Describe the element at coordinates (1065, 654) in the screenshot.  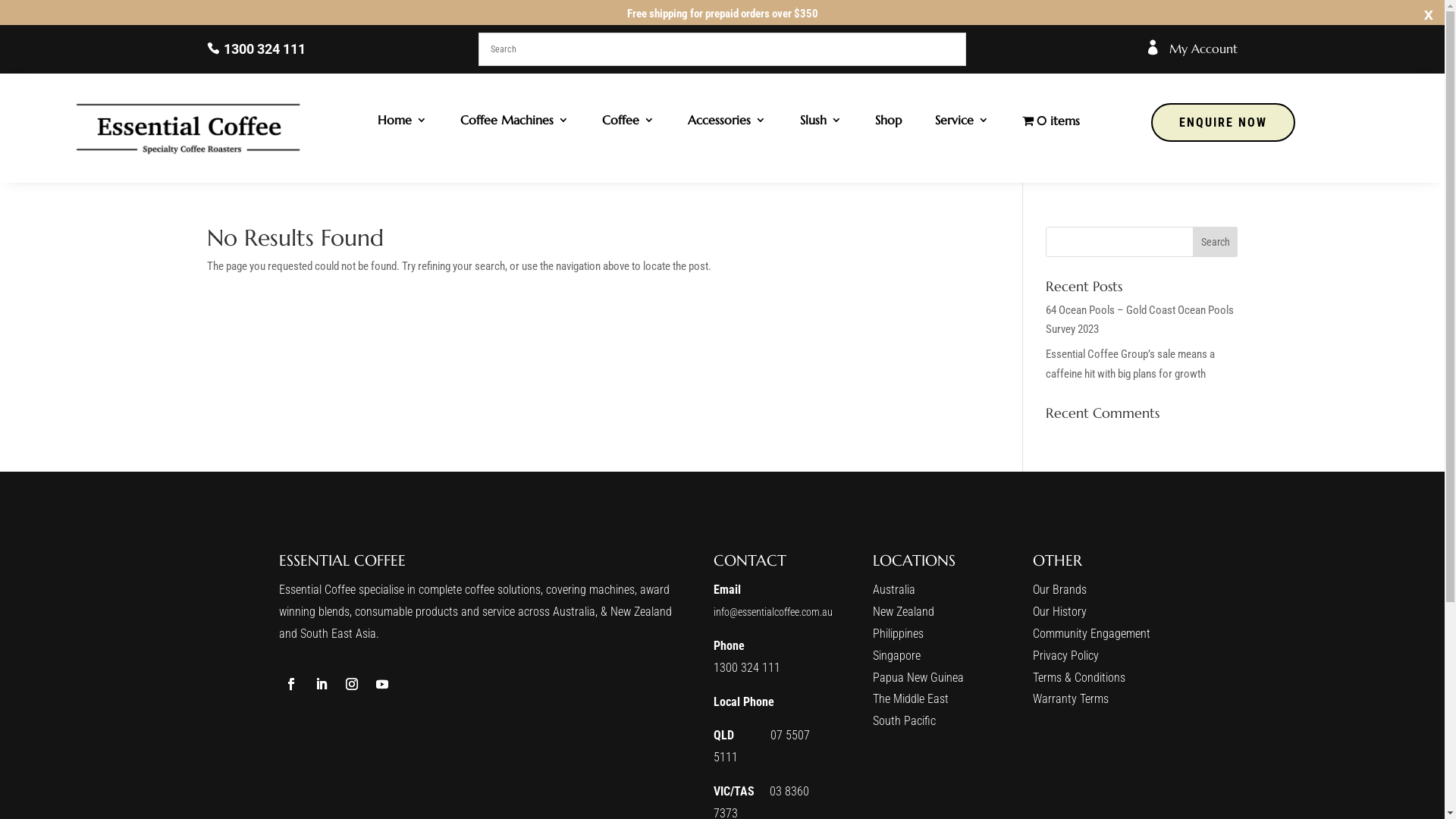
I see `'Privacy Policy'` at that location.